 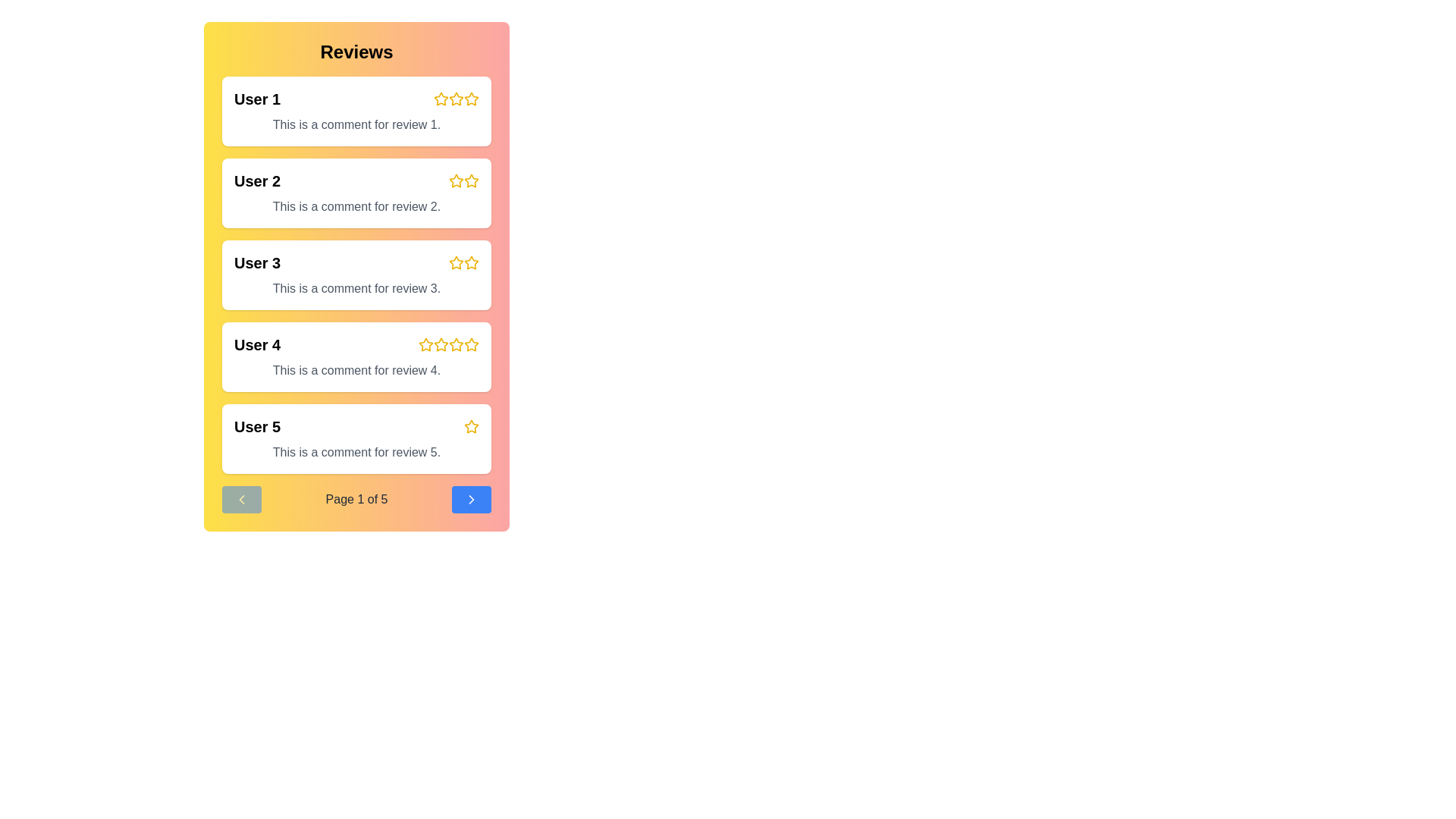 What do you see at coordinates (440, 345) in the screenshot?
I see `the third yellow star icon in the rating row for 'User 4' to rate it` at bounding box center [440, 345].